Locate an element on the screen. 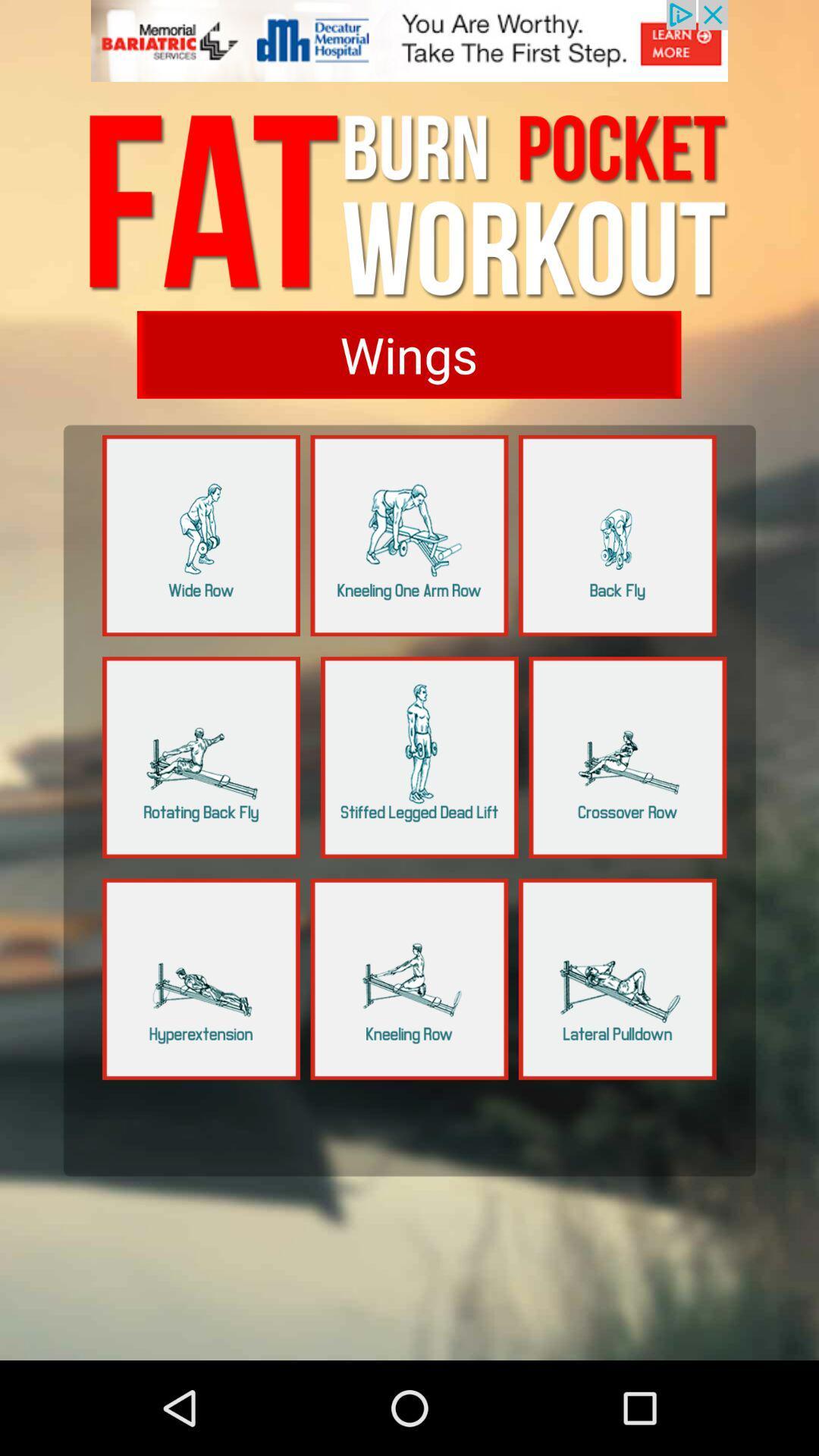  choose wings is located at coordinates (408, 353).